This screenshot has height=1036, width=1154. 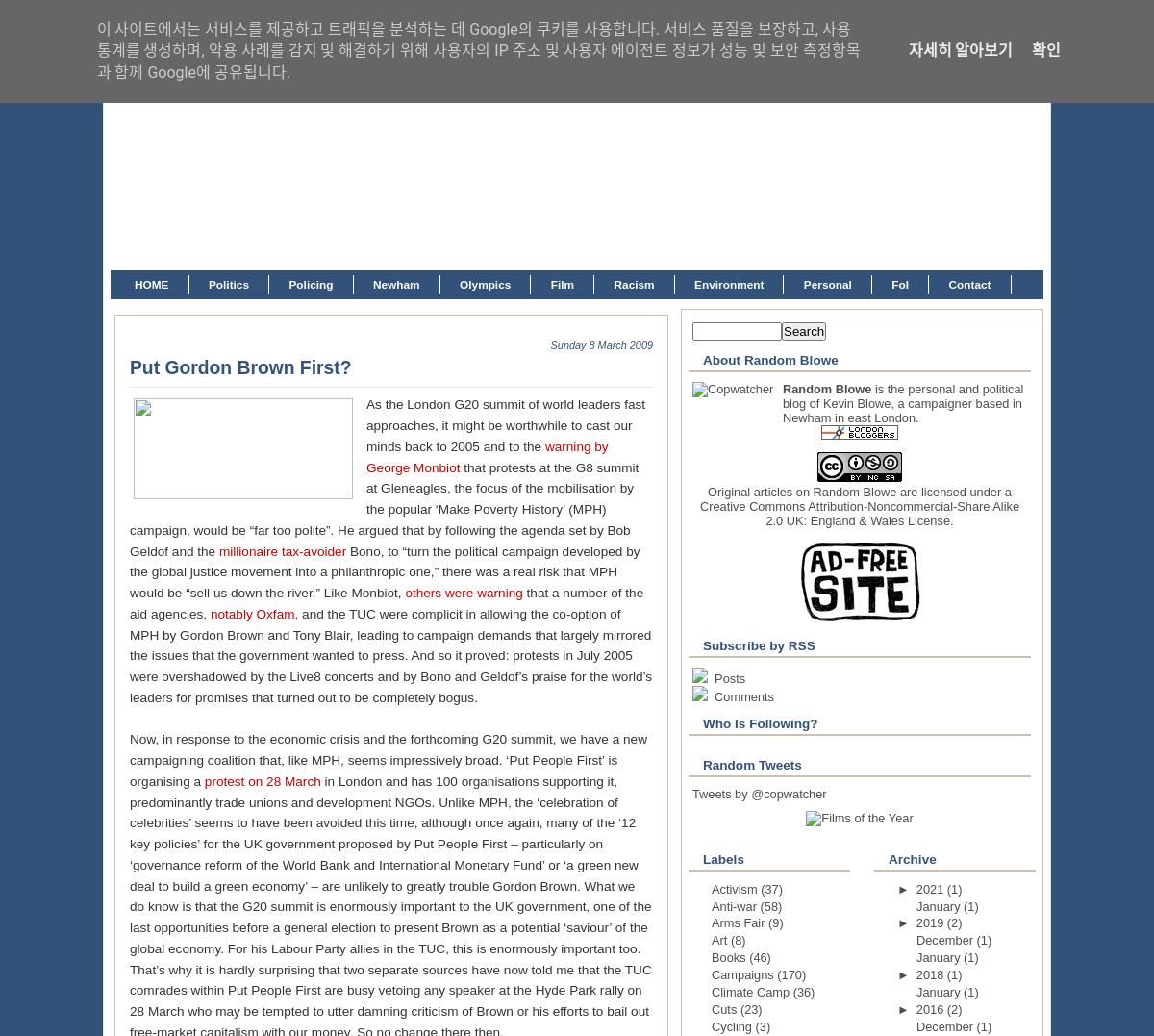 I want to click on '2018', so click(x=931, y=973).